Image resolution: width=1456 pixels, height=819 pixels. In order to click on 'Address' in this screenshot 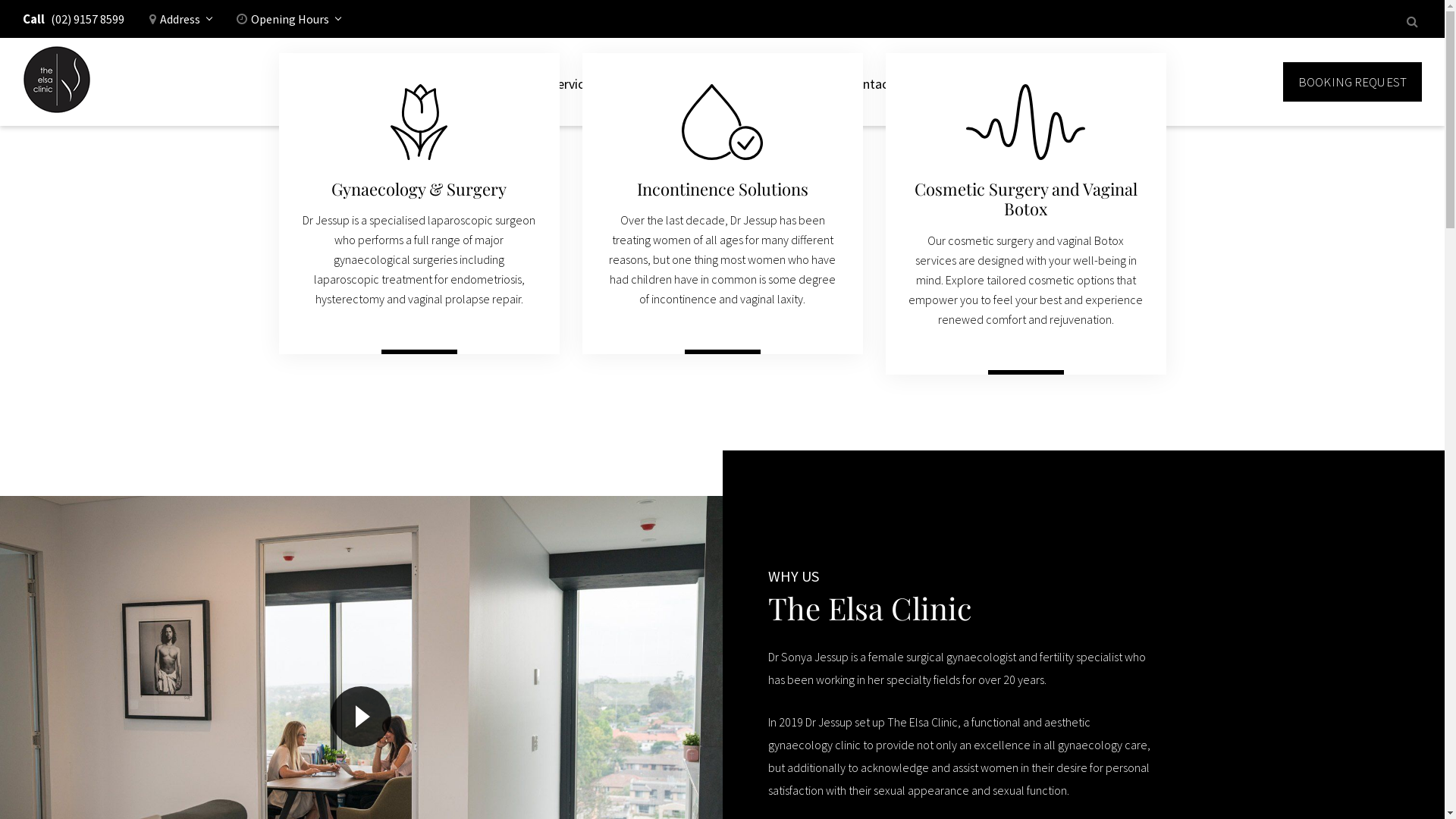, I will do `click(180, 23)`.